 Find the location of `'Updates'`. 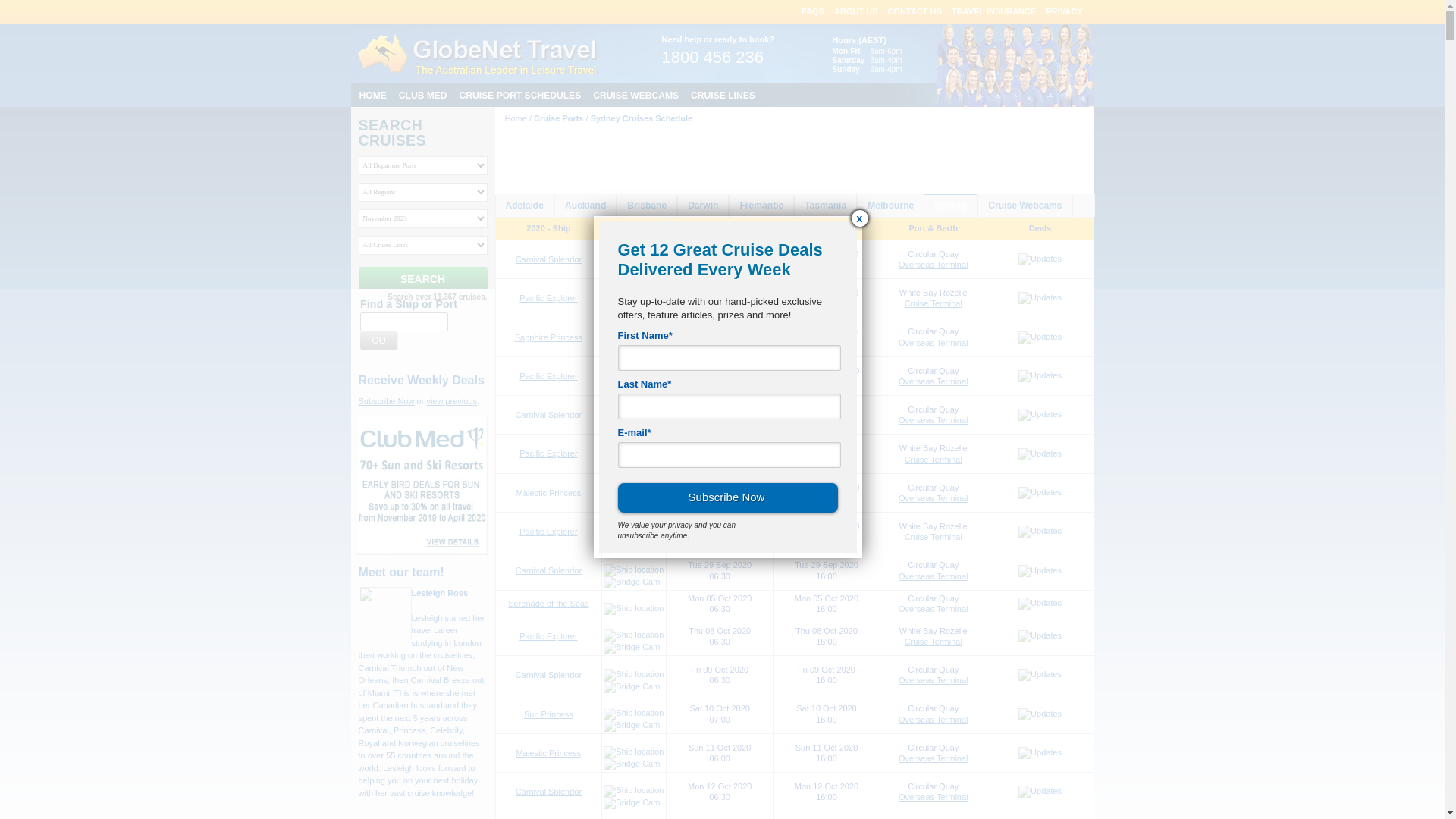

'Updates' is located at coordinates (1039, 602).